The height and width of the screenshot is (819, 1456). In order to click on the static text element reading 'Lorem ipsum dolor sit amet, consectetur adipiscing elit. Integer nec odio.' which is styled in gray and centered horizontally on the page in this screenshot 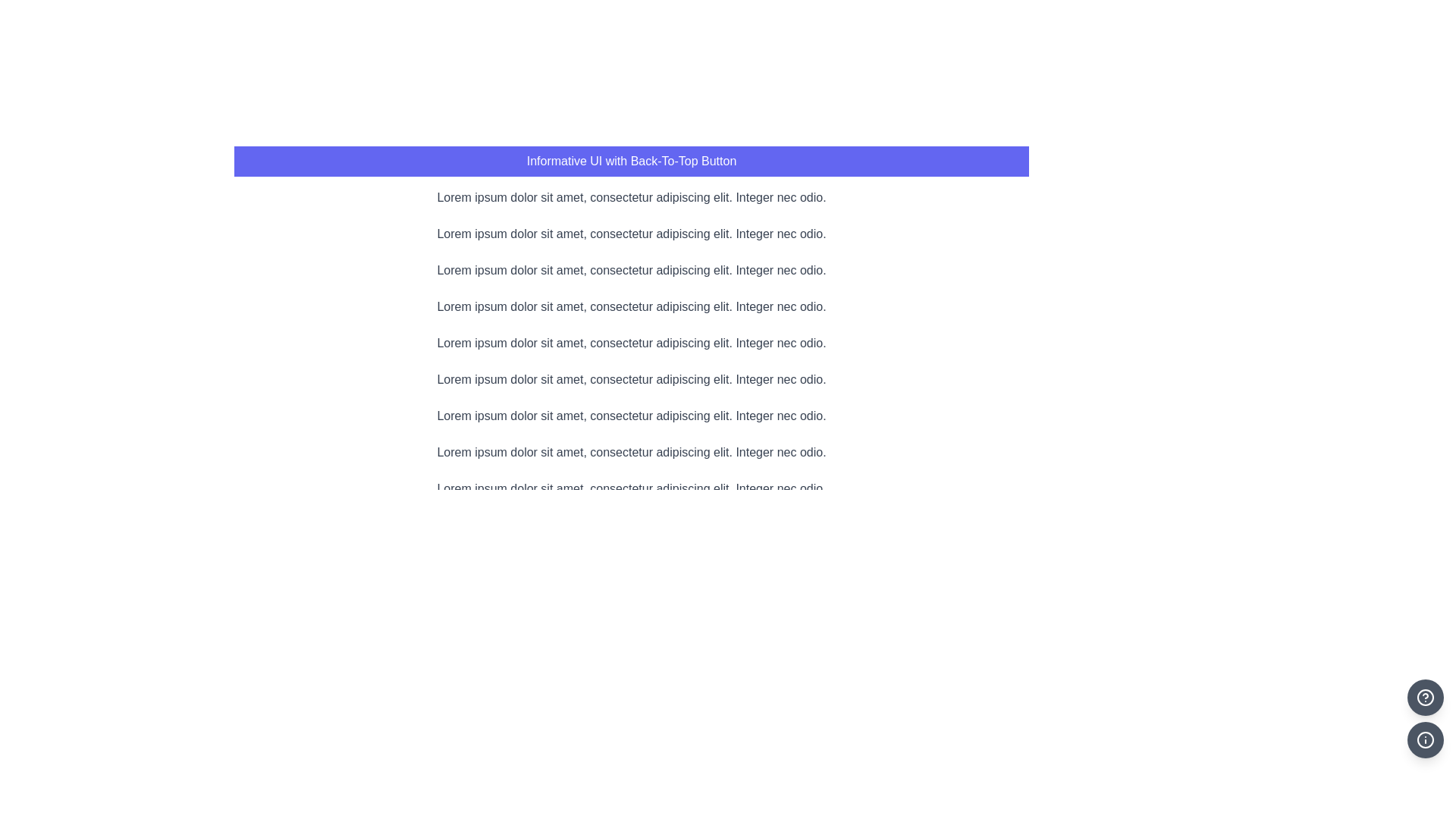, I will do `click(632, 416)`.